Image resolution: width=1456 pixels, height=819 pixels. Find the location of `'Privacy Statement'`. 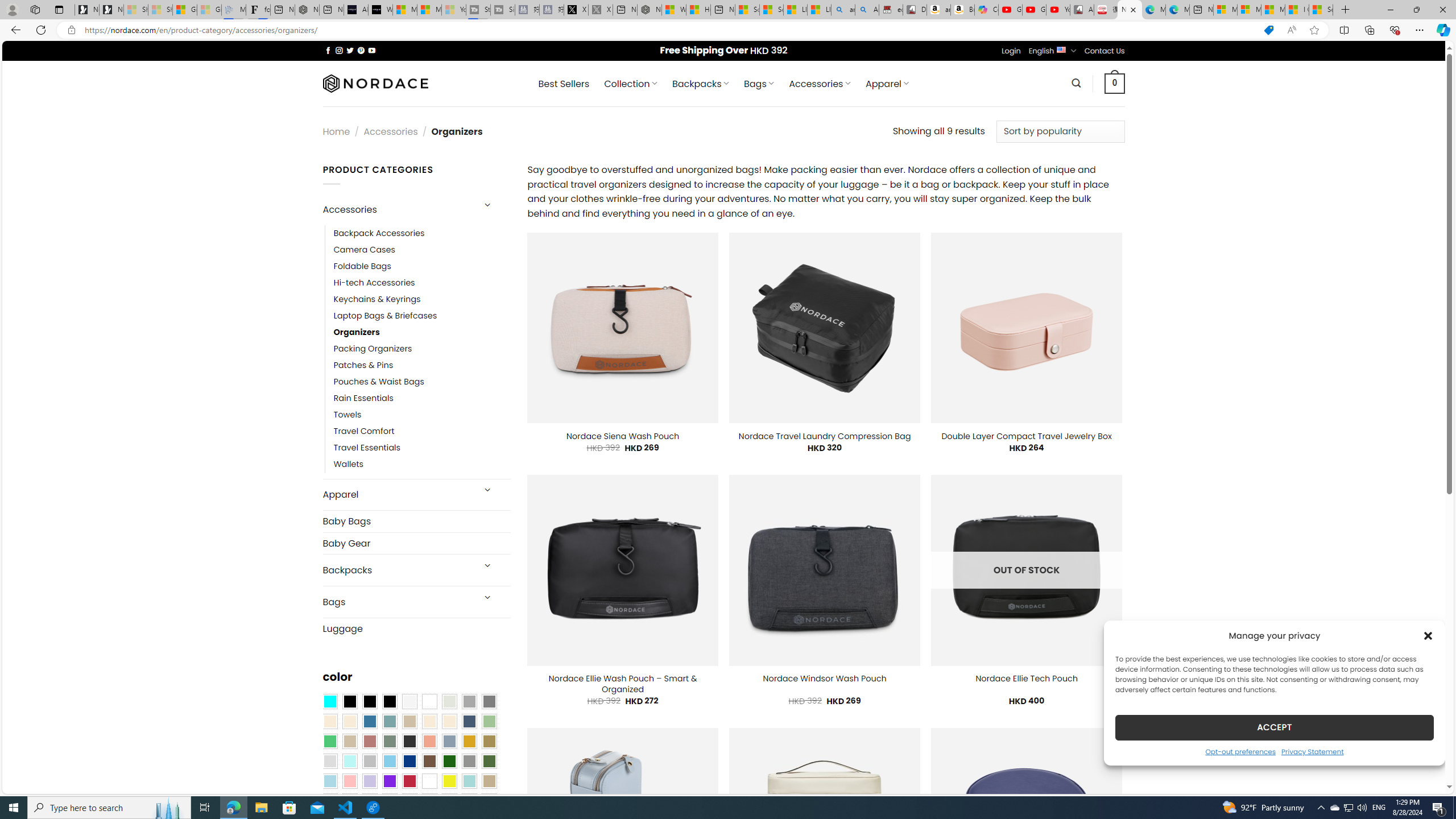

'Privacy Statement' is located at coordinates (1312, 751).